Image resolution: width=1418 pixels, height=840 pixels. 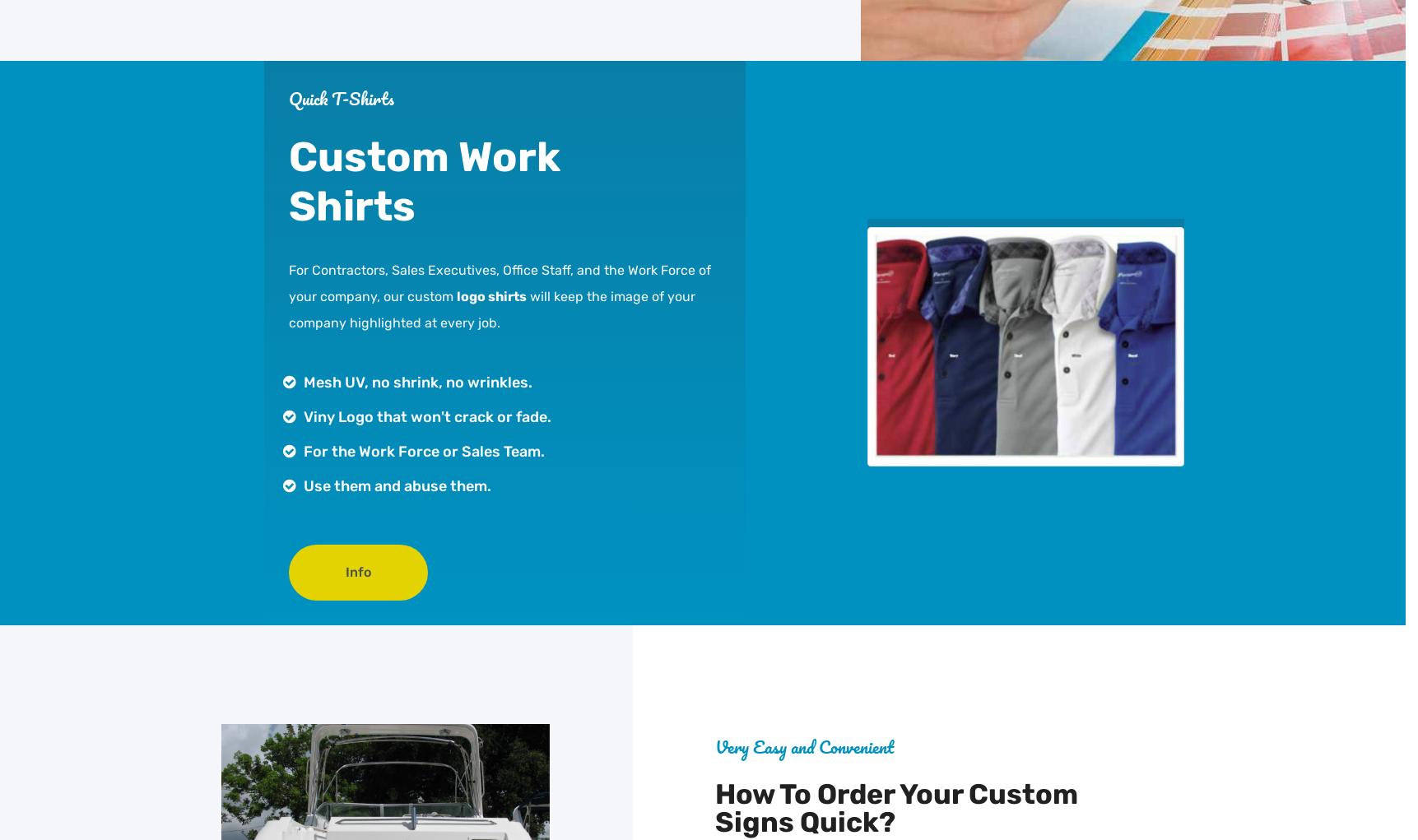 I want to click on 'logo shirts', so click(x=455, y=295).